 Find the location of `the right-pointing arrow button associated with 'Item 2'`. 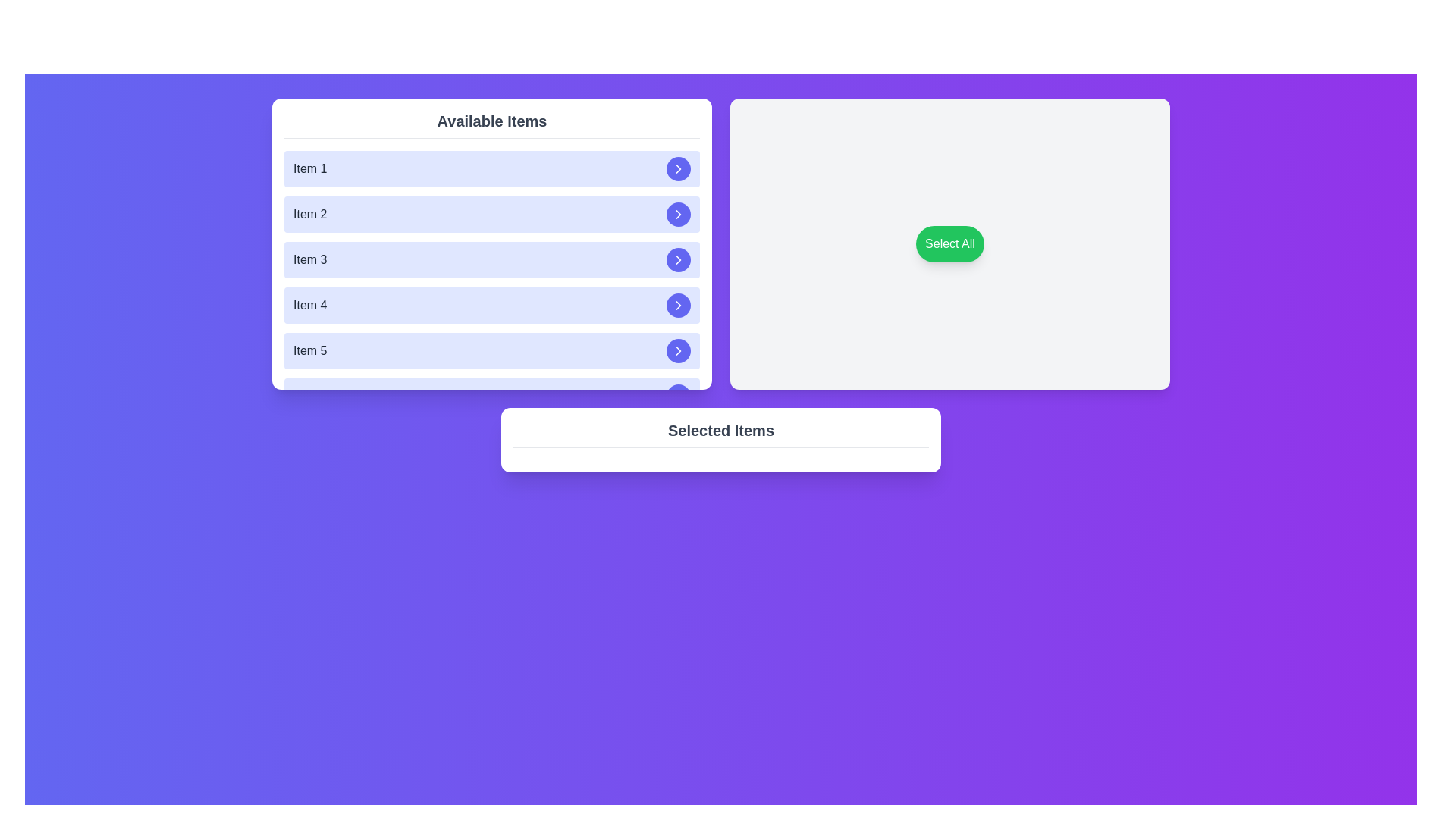

the right-pointing arrow button associated with 'Item 2' is located at coordinates (677, 214).